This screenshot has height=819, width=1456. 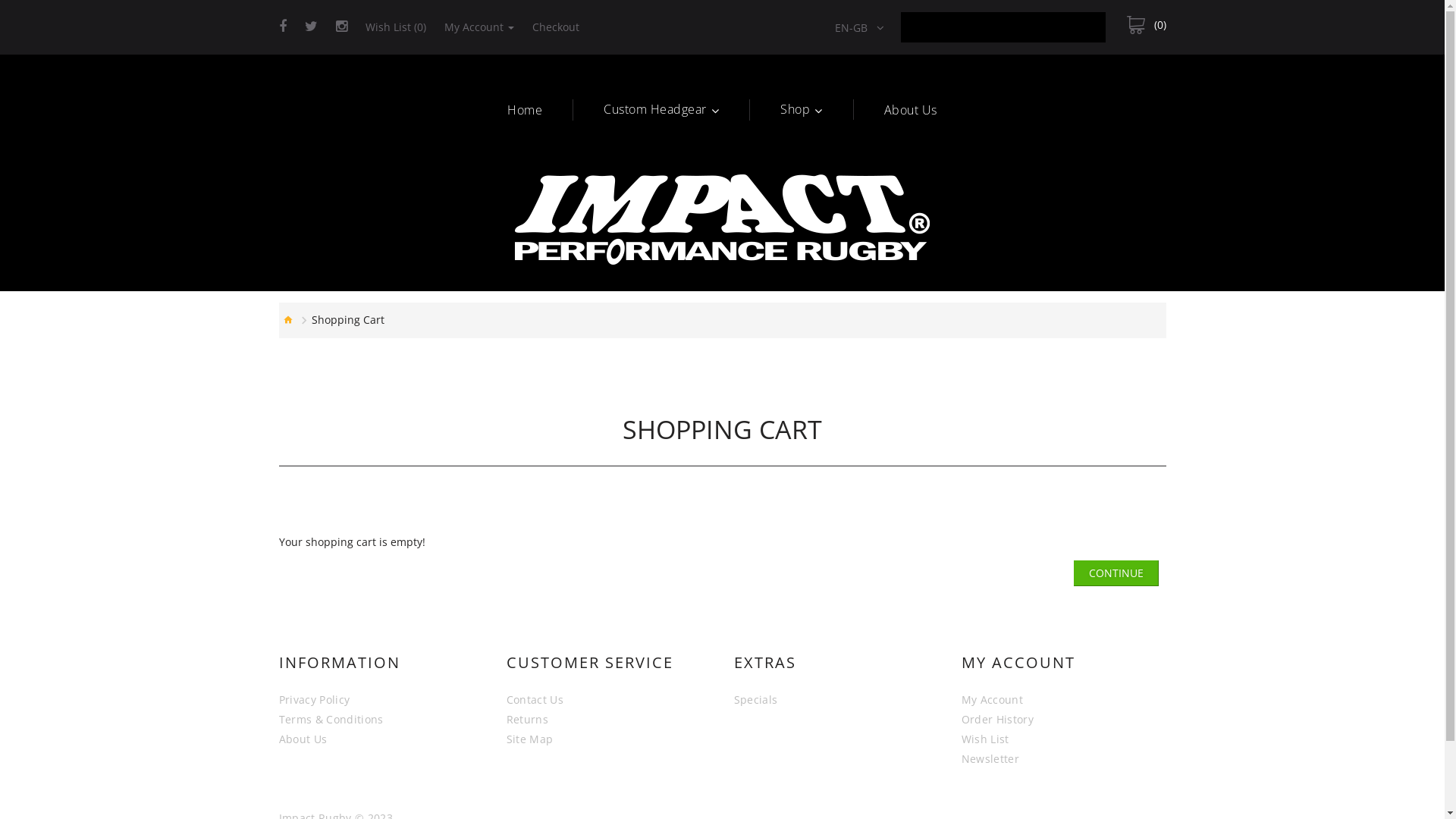 What do you see at coordinates (279, 718) in the screenshot?
I see `'Terms & Conditions'` at bounding box center [279, 718].